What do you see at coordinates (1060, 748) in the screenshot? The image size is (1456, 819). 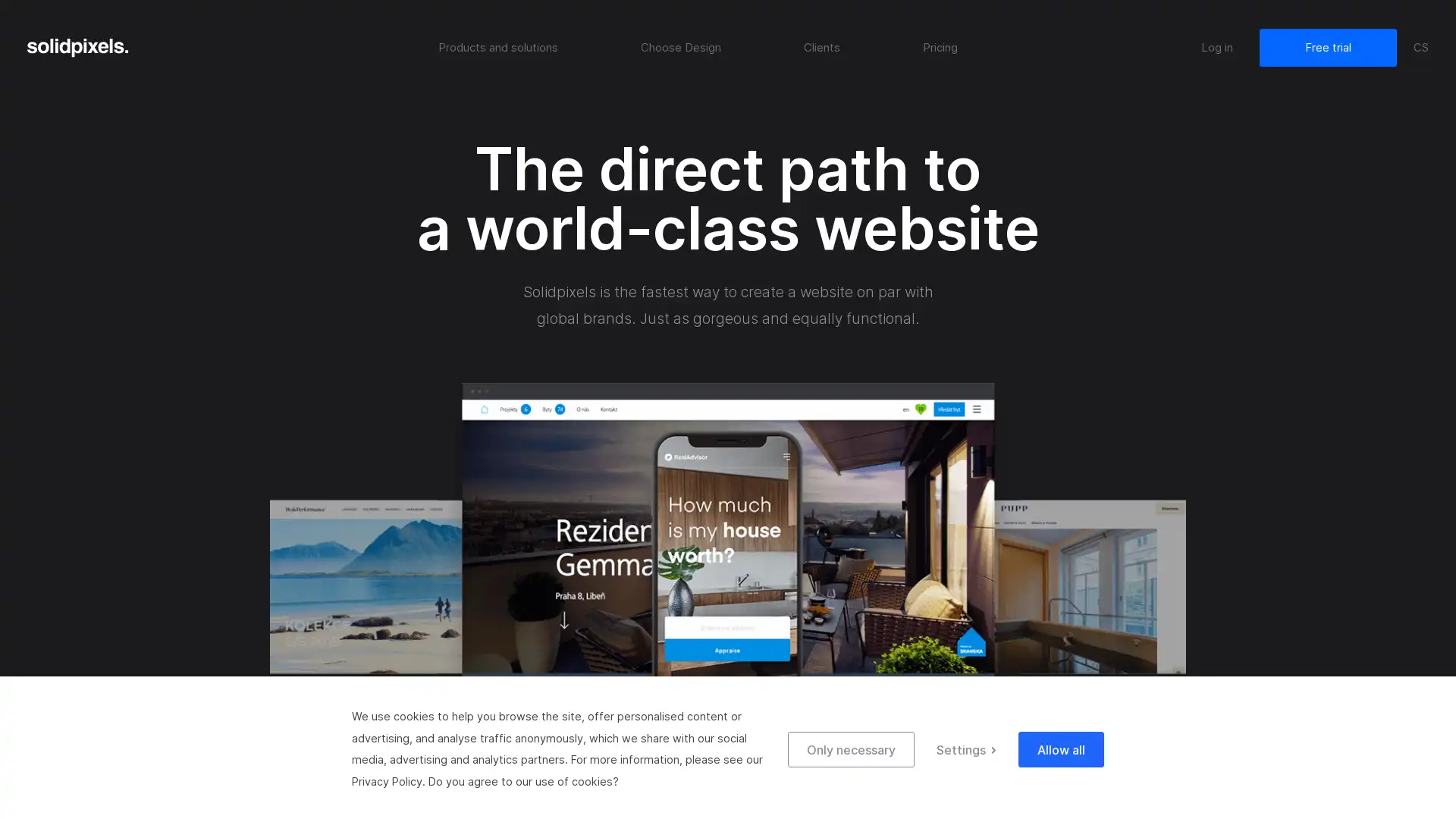 I see `Allow all` at bounding box center [1060, 748].